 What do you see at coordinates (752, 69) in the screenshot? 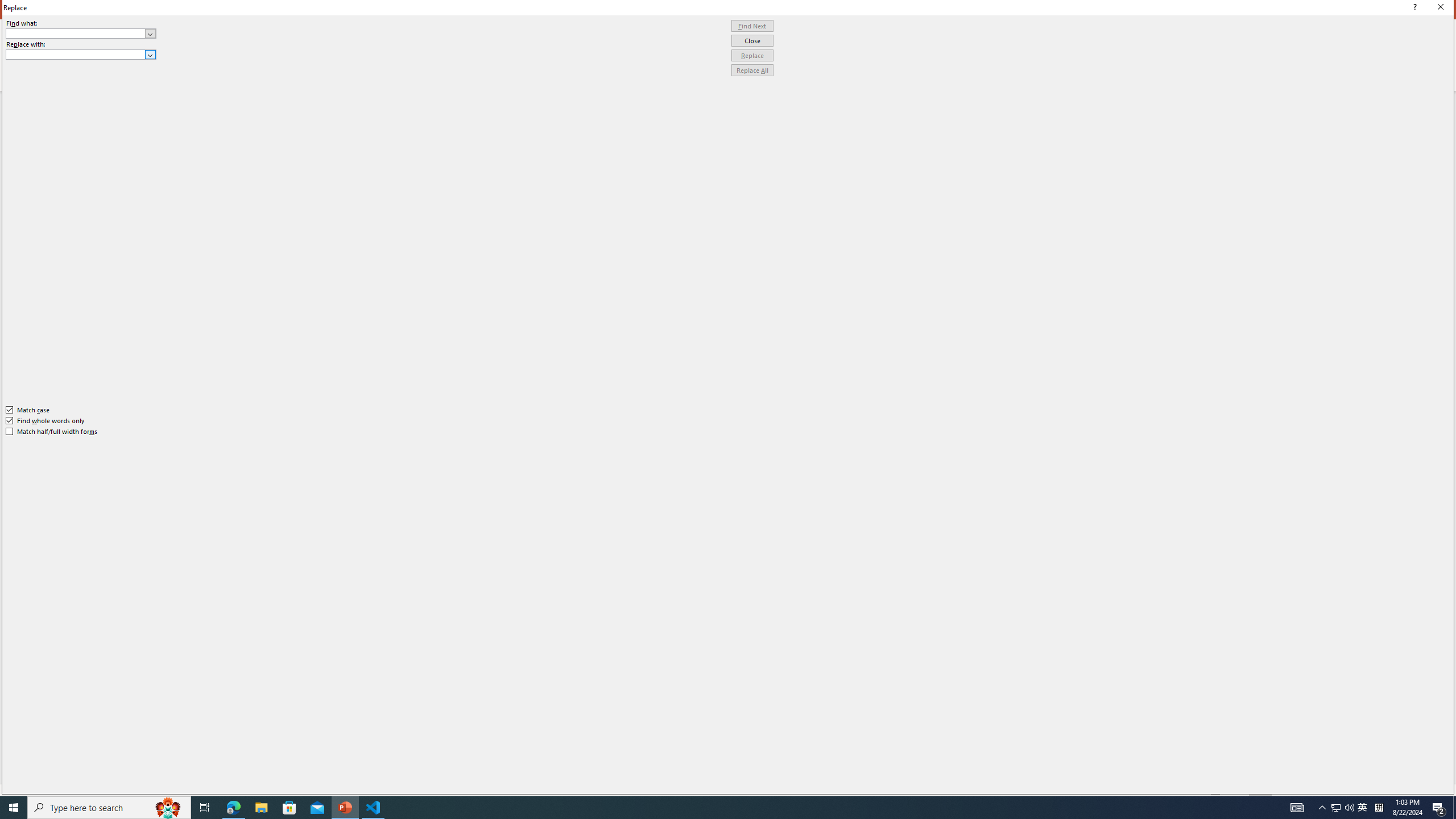
I see `'Replace All'` at bounding box center [752, 69].